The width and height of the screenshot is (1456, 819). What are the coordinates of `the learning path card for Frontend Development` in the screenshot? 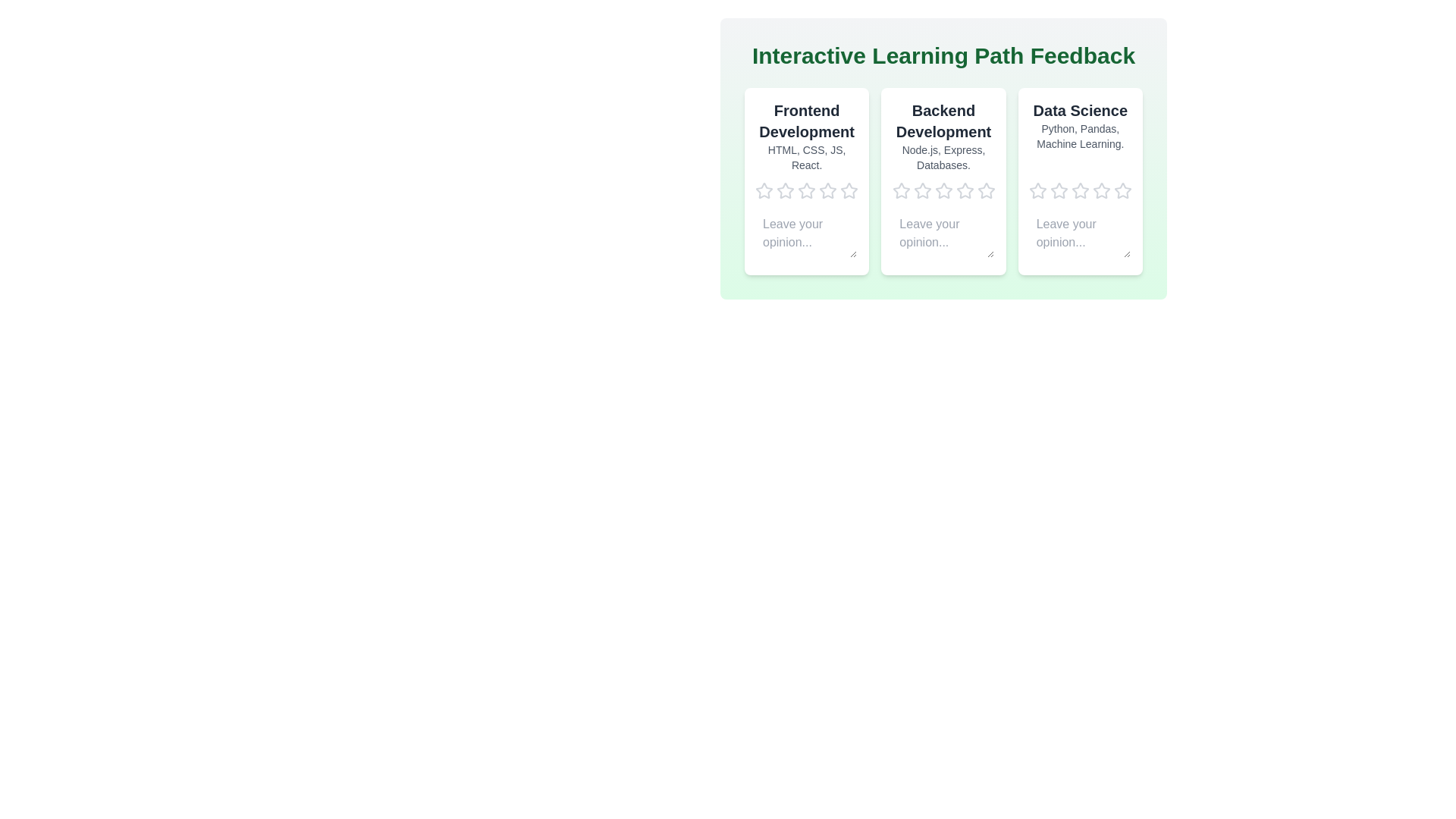 It's located at (806, 180).